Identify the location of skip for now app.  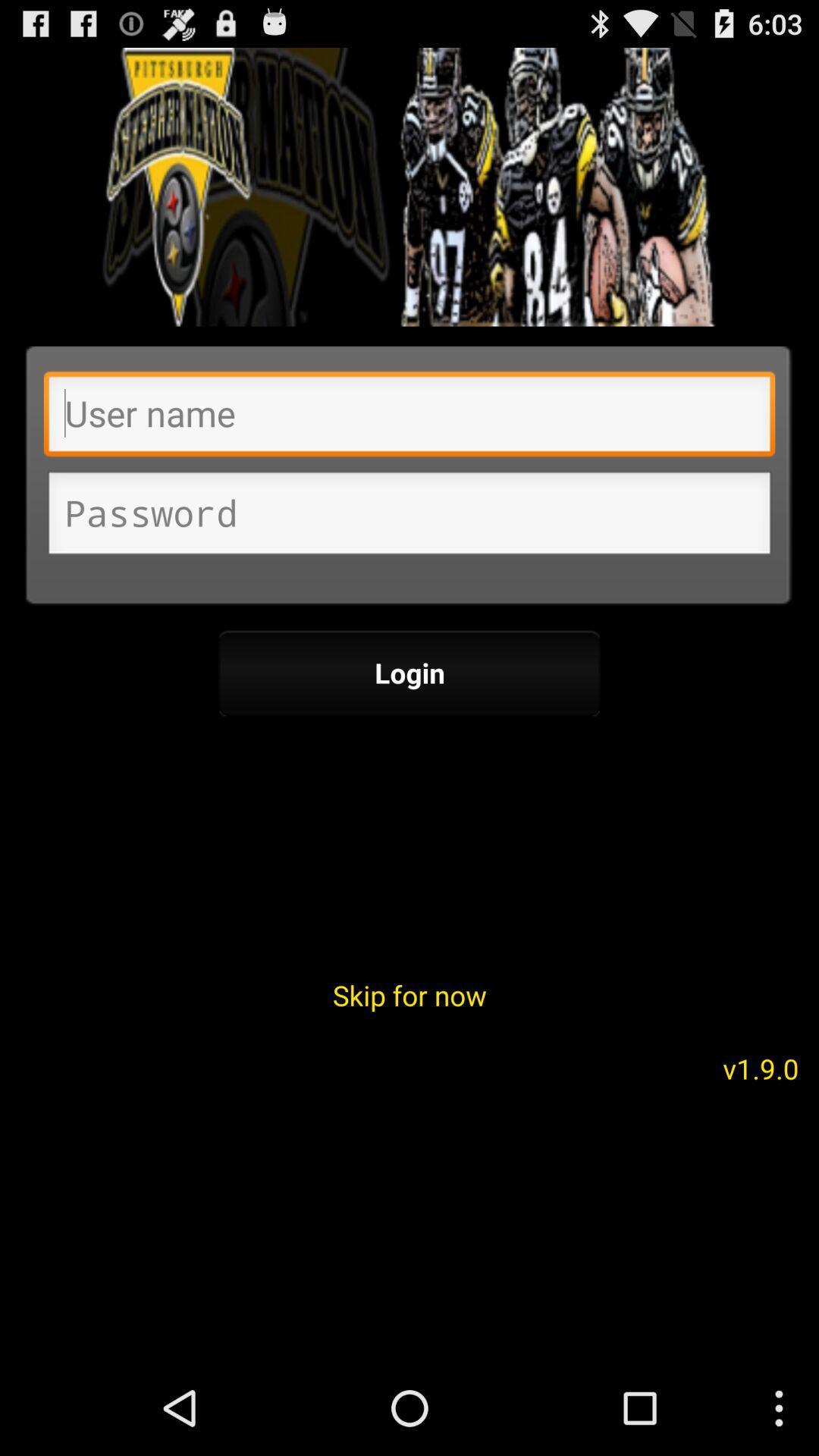
(409, 995).